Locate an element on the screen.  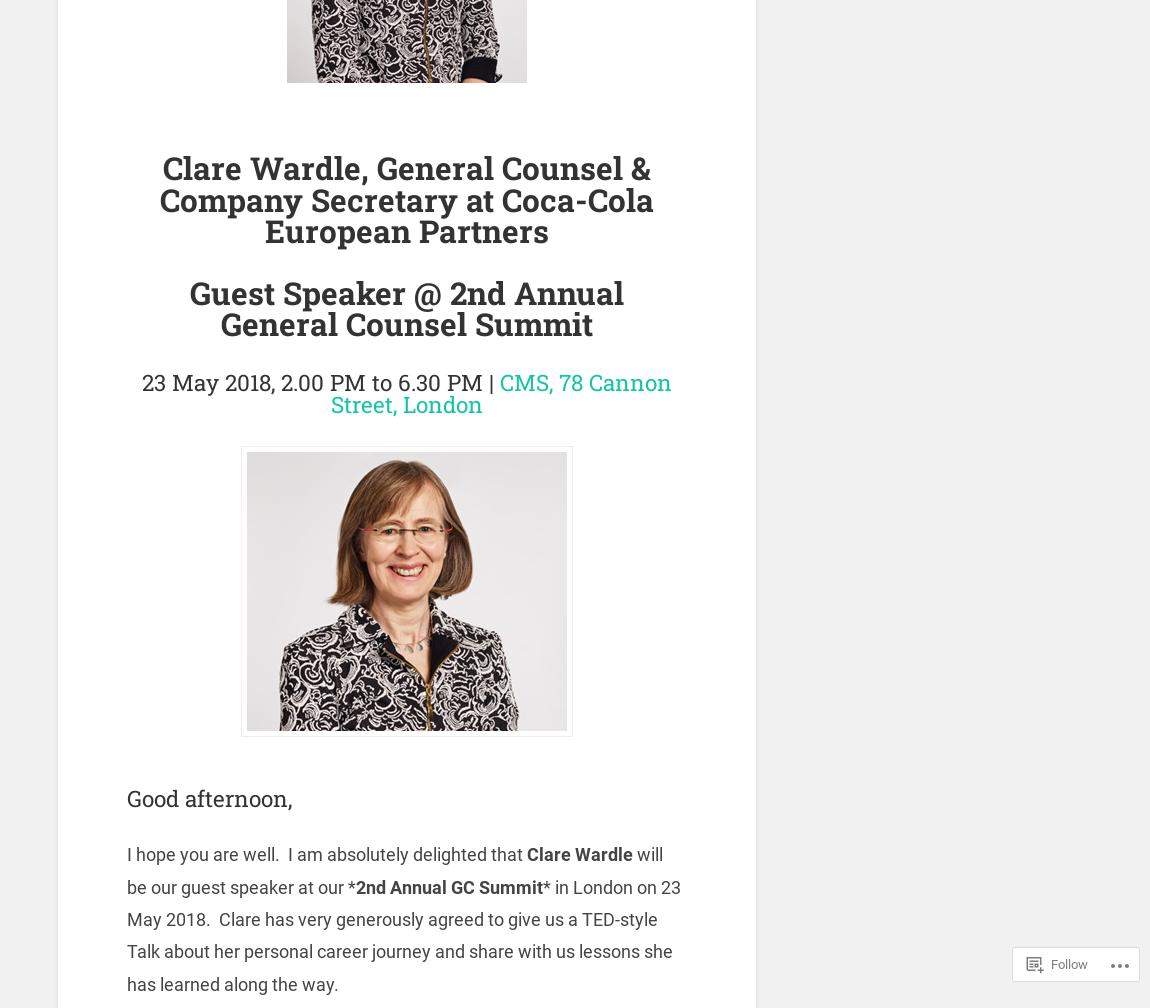
'Good afternoon,' is located at coordinates (208, 797).